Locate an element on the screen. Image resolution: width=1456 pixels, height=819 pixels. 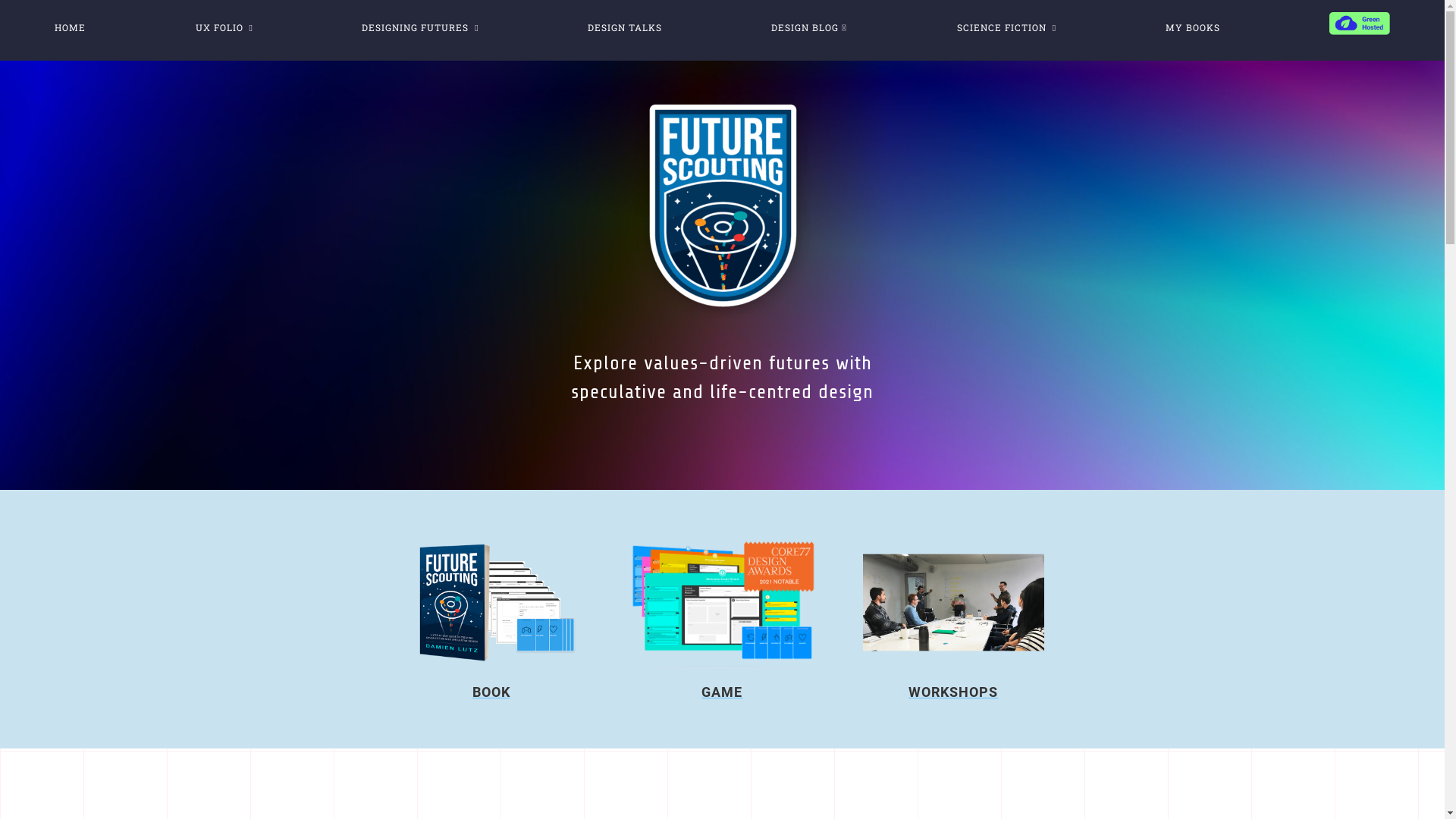
'DESIGNING FUTURES' is located at coordinates (419, 26).